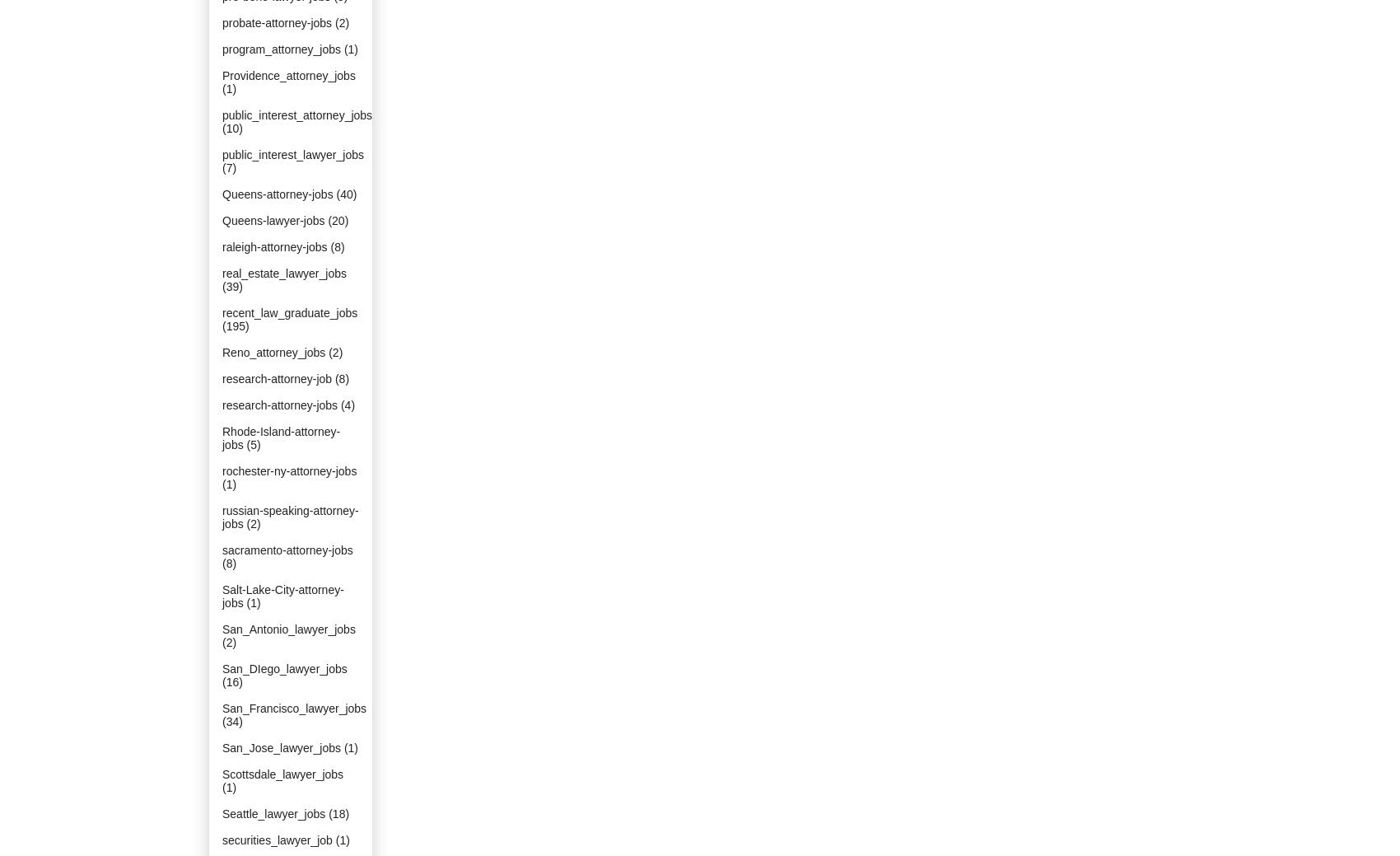 This screenshot has width=1400, height=856. Describe the element at coordinates (253, 444) in the screenshot. I see `'(5)'` at that location.